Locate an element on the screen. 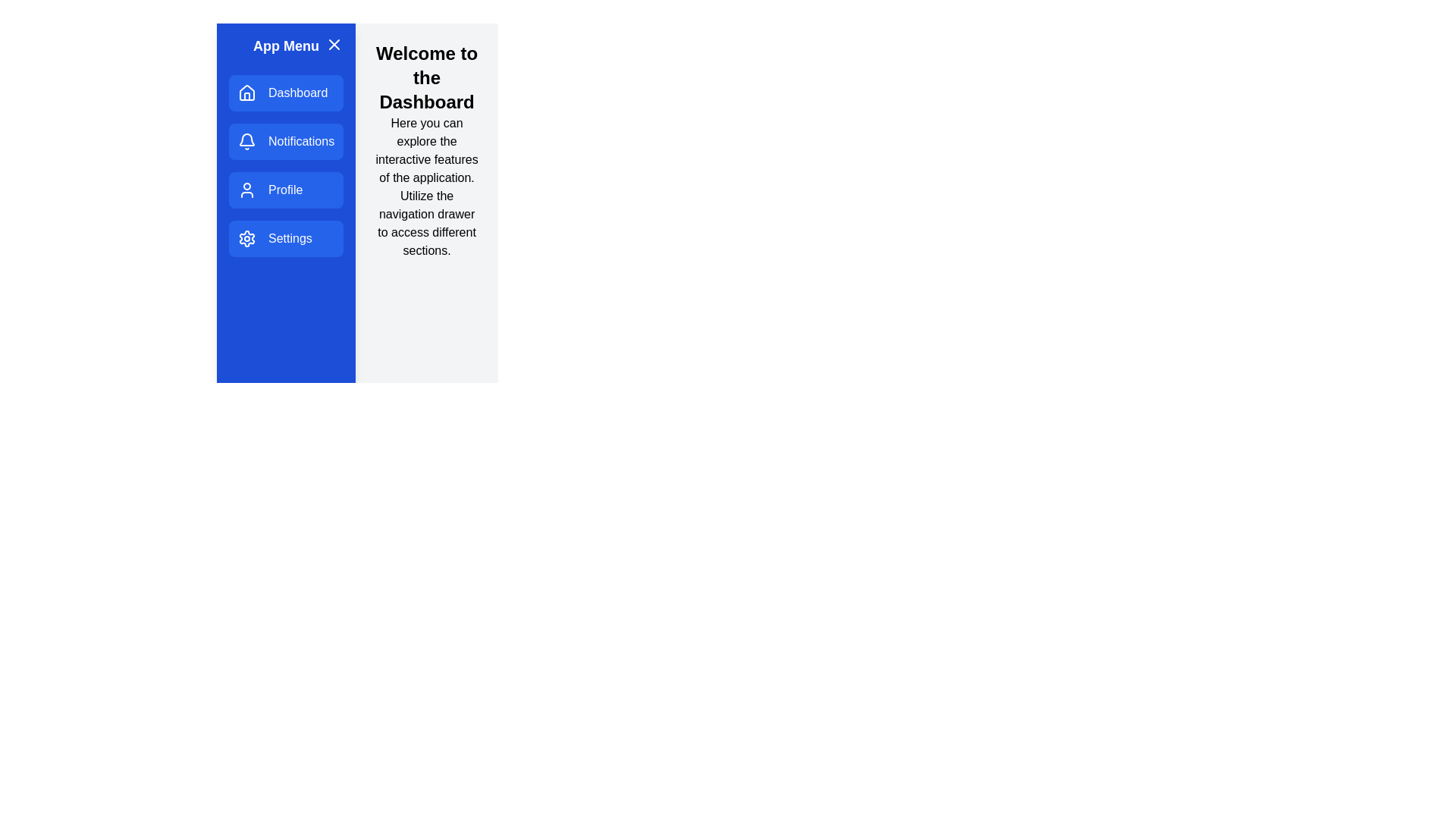 Image resolution: width=1456 pixels, height=819 pixels. the 'Profile' menu icon, which is the third element in the vertical navigation menu on the left, before the 'Profile' label is located at coordinates (247, 189).